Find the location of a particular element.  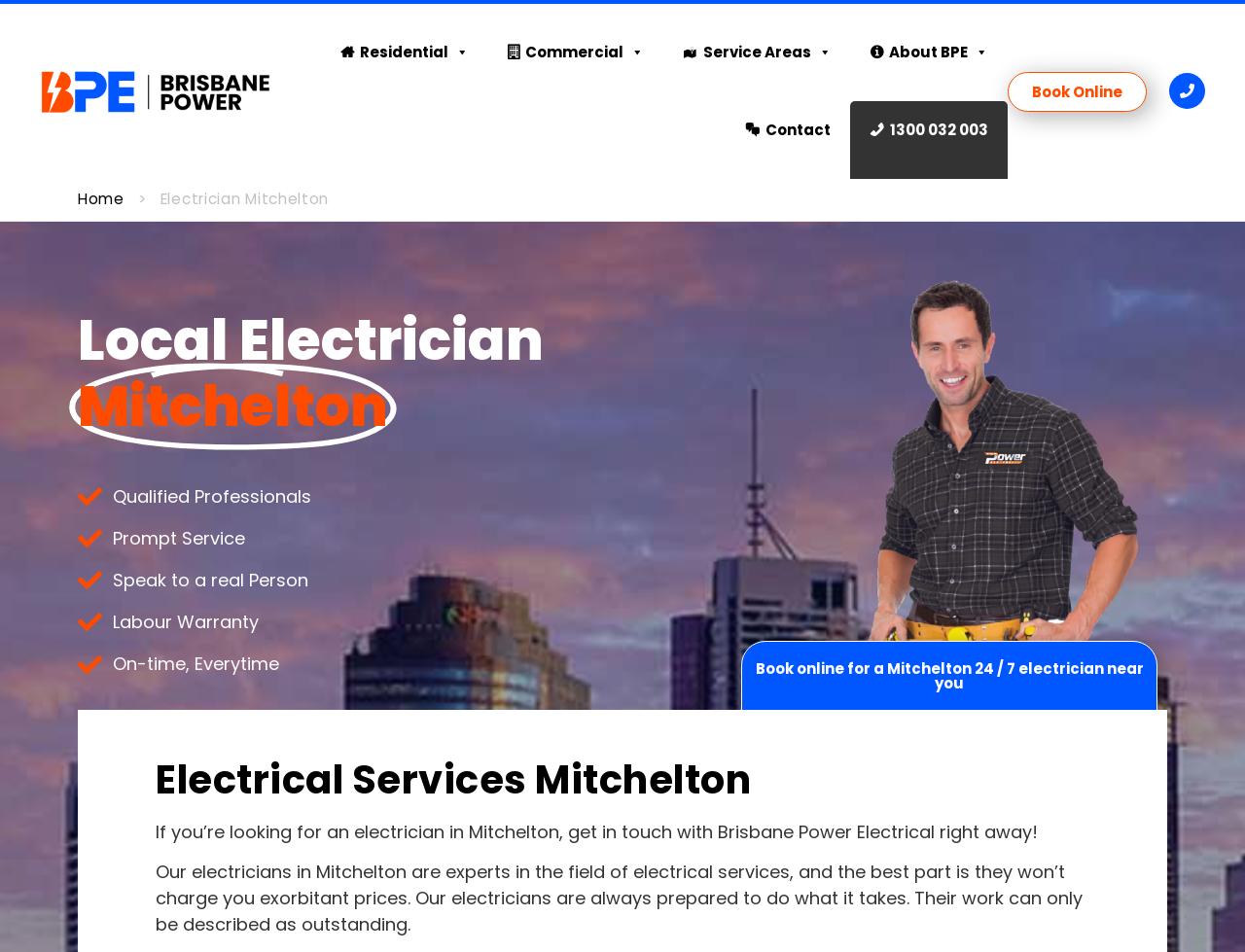

'Mitchelton' is located at coordinates (78, 406).